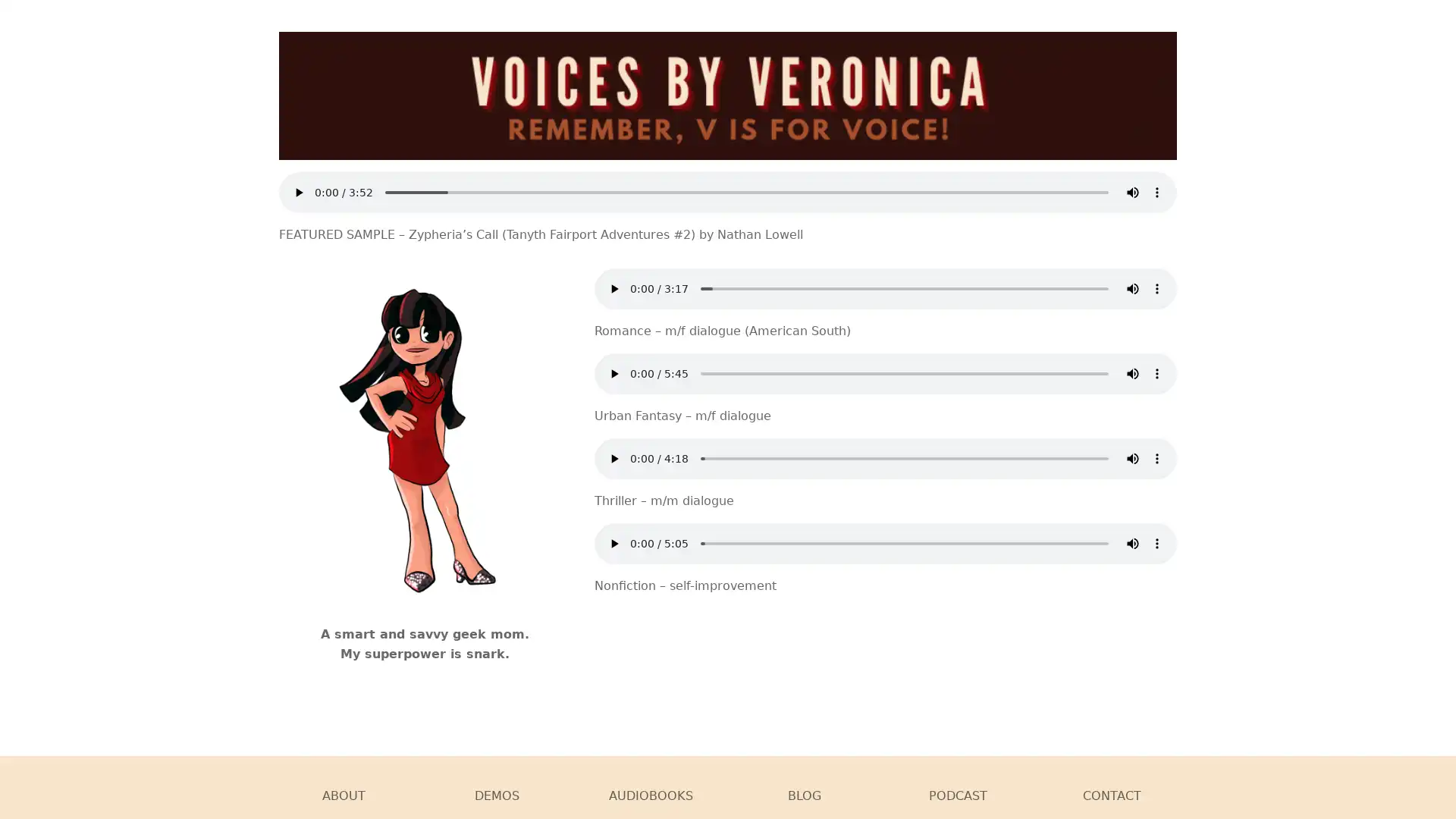 The width and height of the screenshot is (1456, 819). I want to click on play, so click(614, 543).